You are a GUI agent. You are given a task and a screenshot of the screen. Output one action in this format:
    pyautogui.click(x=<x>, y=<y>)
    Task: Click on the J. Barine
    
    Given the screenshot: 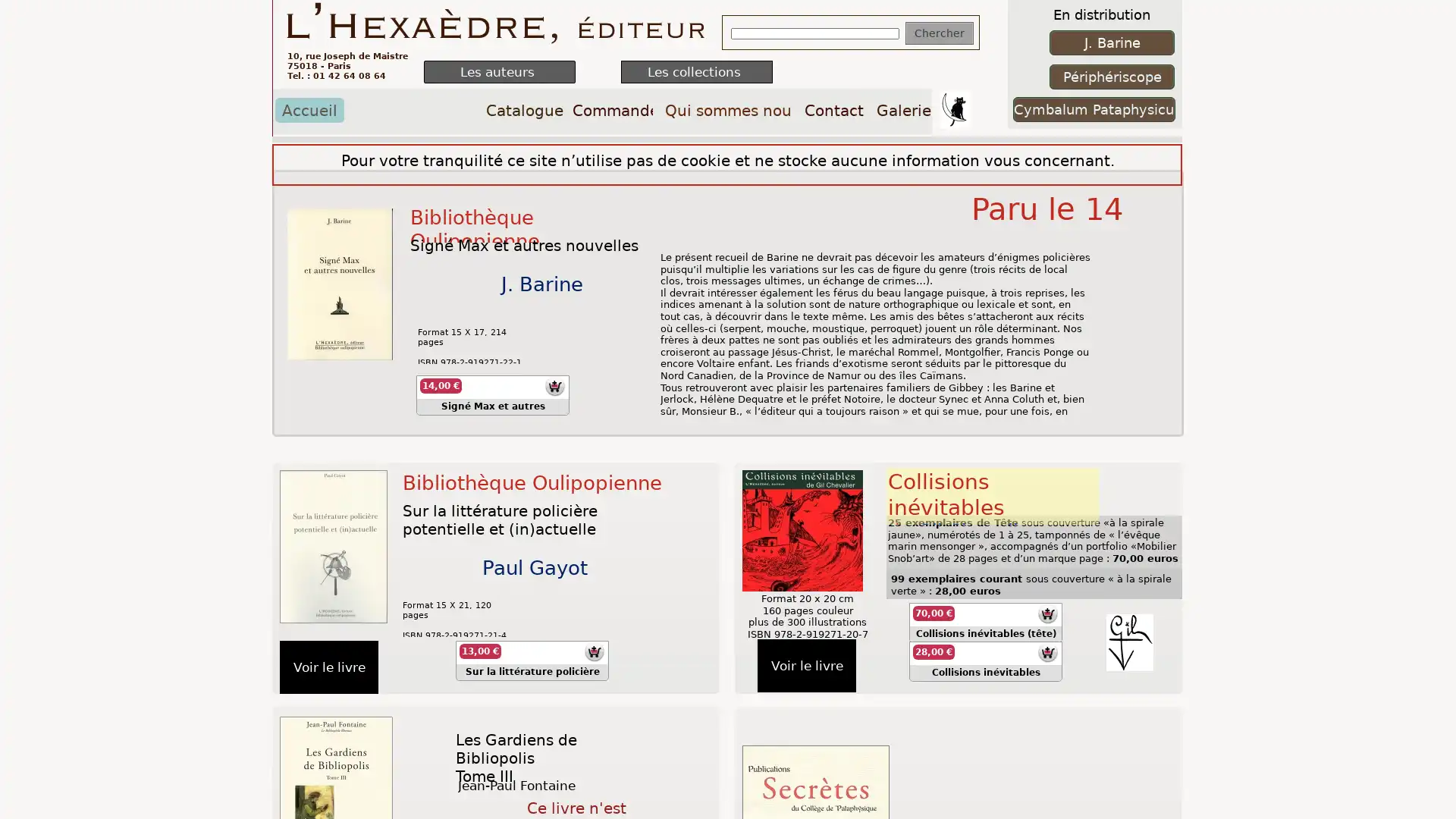 What is the action you would take?
    pyautogui.click(x=1112, y=42)
    